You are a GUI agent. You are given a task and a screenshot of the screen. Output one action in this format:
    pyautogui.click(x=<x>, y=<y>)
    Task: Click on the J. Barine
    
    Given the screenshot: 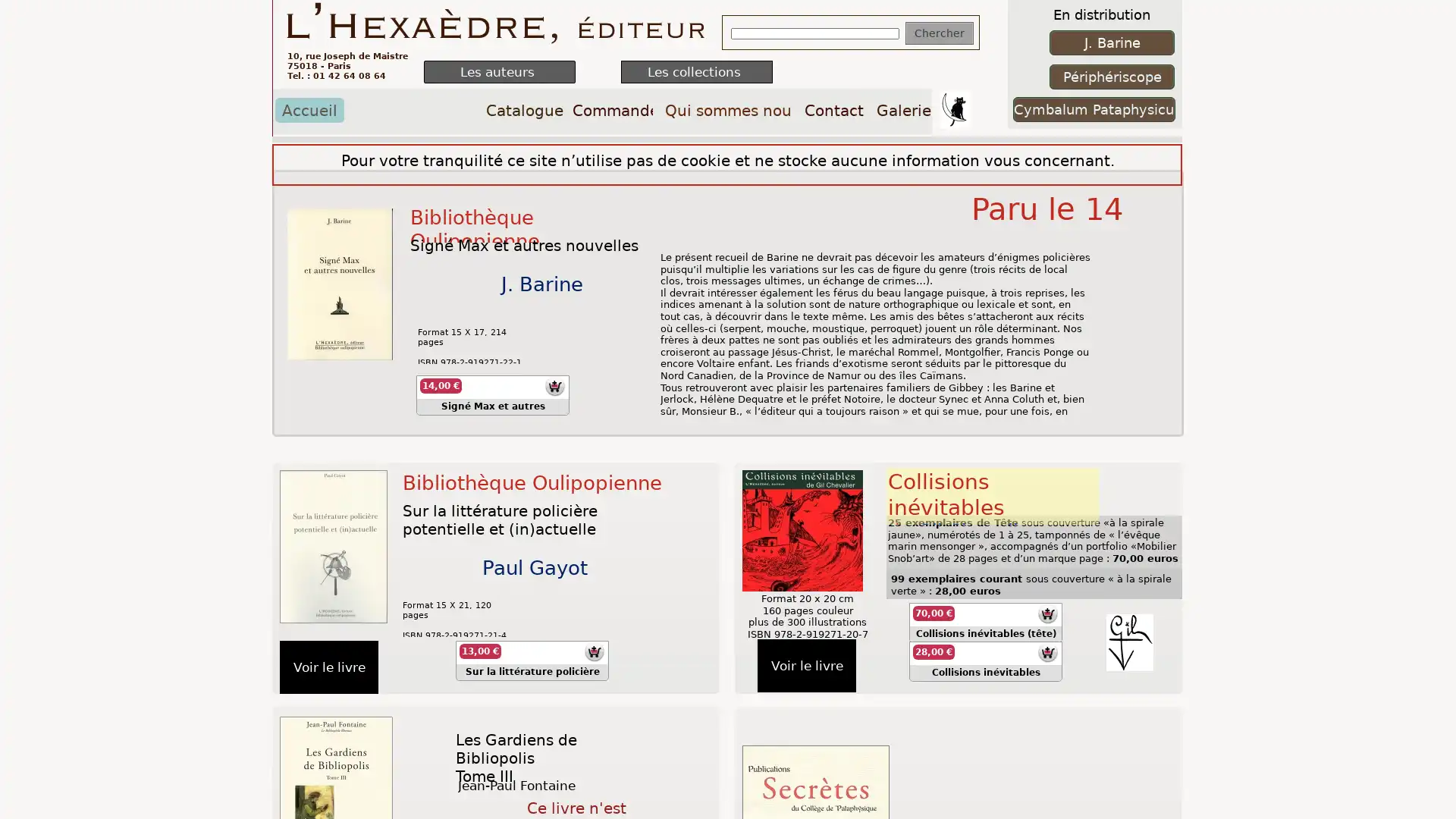 What is the action you would take?
    pyautogui.click(x=1112, y=42)
    